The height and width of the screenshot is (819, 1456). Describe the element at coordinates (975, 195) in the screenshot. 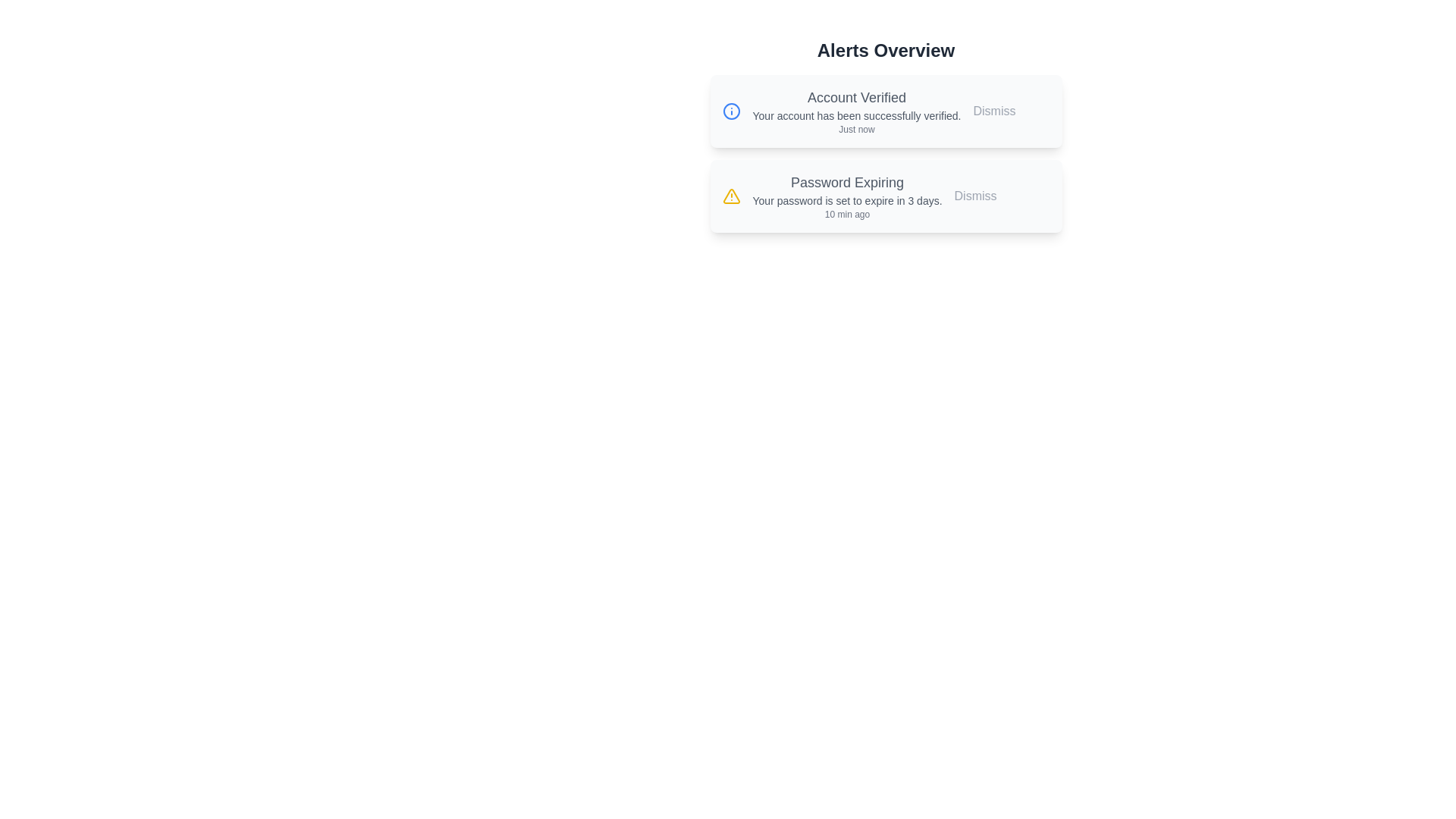

I see `the dismiss button for the alert titled 'Password Expiring'` at that location.